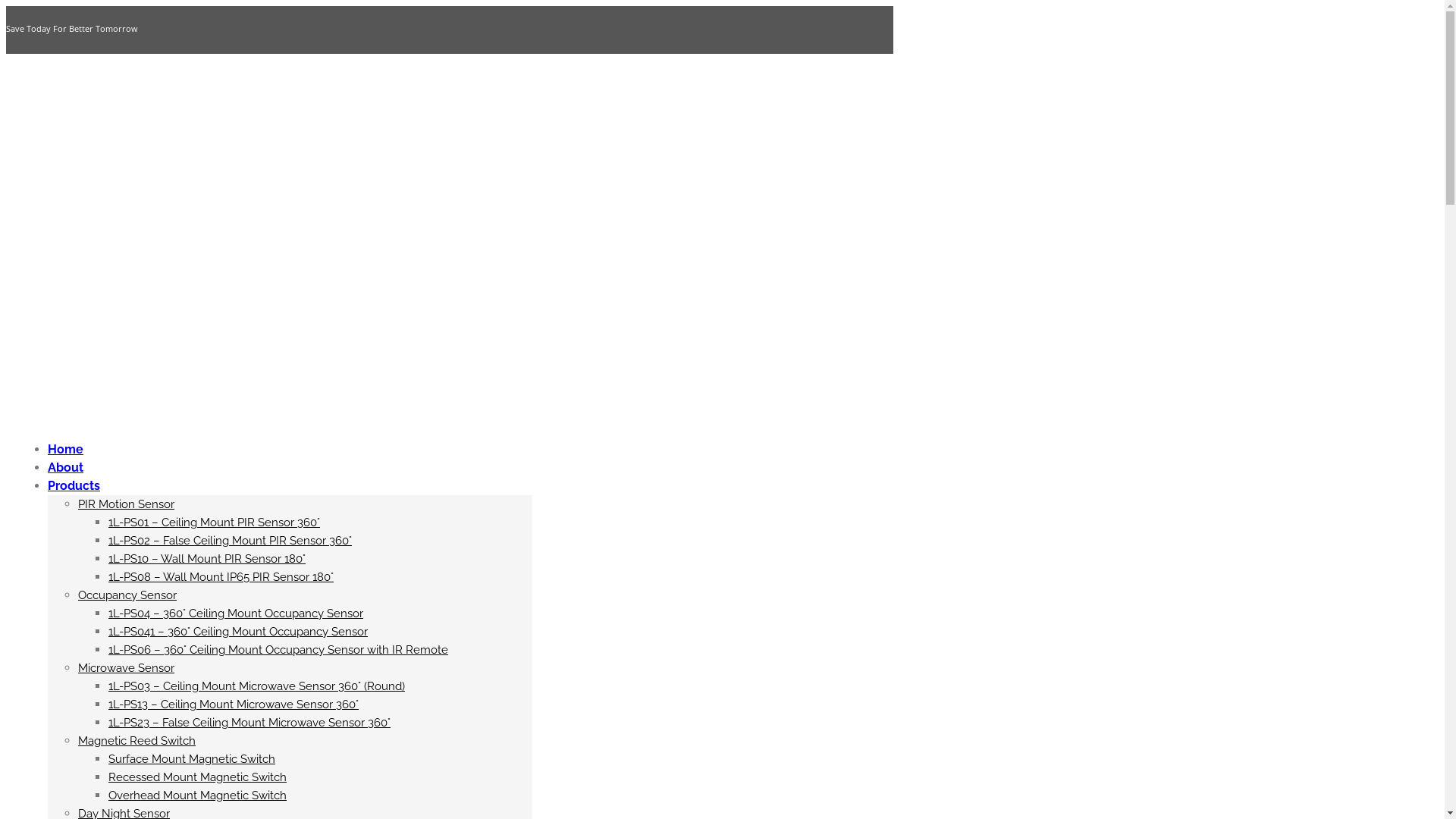 The image size is (1456, 819). What do you see at coordinates (126, 667) in the screenshot?
I see `'Microwave Sensor'` at bounding box center [126, 667].